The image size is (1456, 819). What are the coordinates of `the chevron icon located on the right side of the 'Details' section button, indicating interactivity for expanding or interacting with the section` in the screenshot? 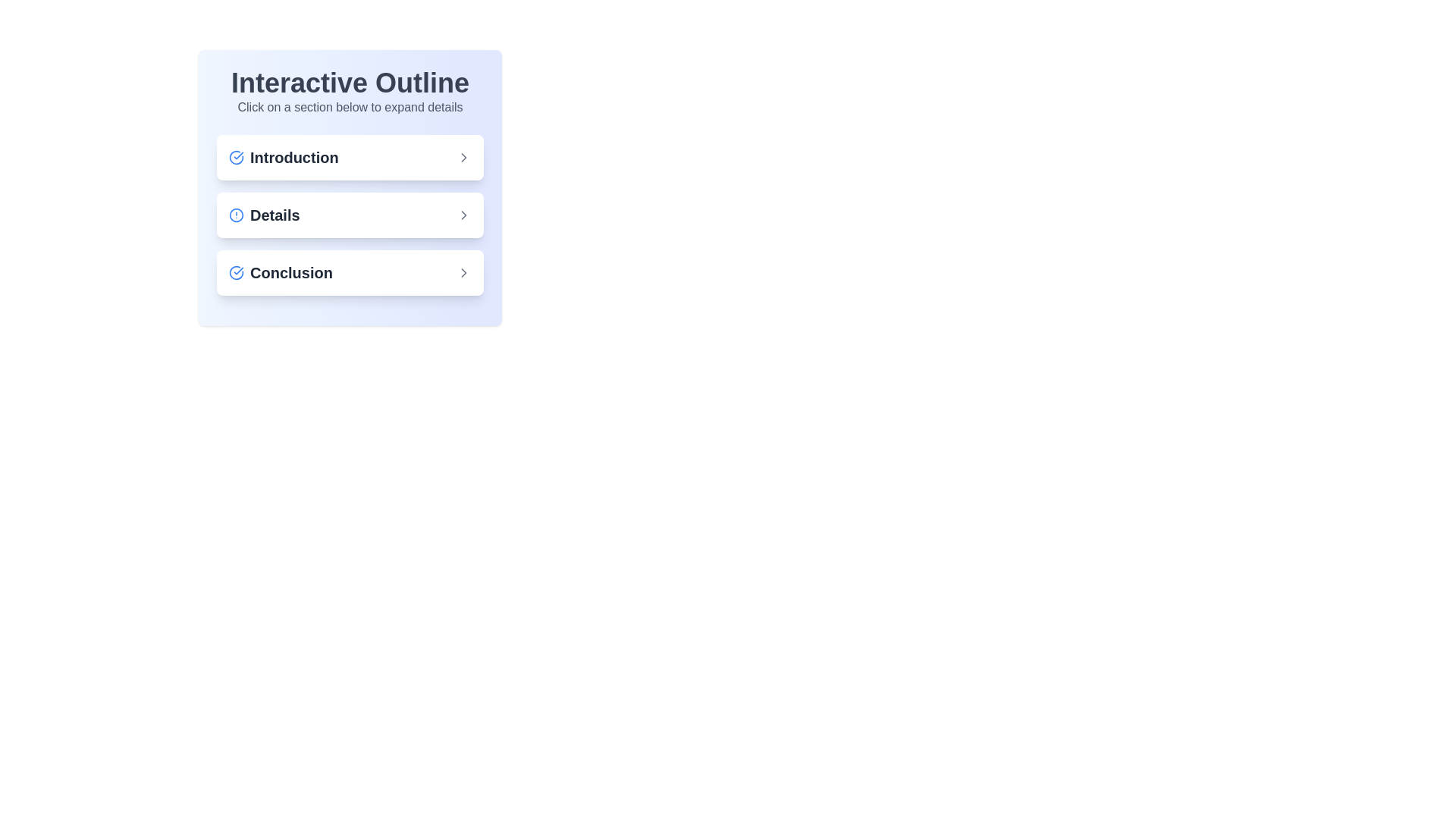 It's located at (463, 215).